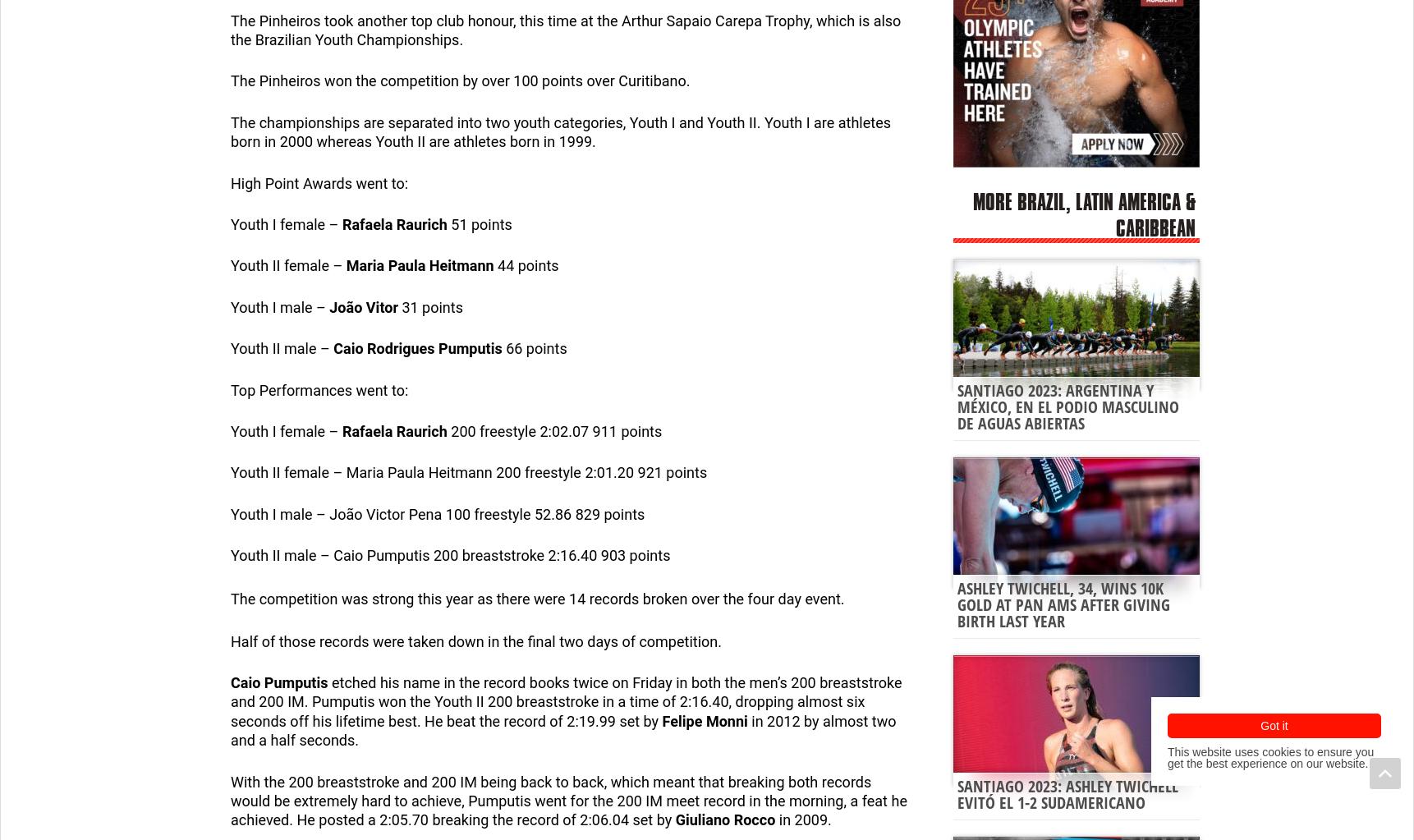 This screenshot has width=1414, height=840. I want to click on 'Caio Rodrigues Pumputis', so click(417, 348).